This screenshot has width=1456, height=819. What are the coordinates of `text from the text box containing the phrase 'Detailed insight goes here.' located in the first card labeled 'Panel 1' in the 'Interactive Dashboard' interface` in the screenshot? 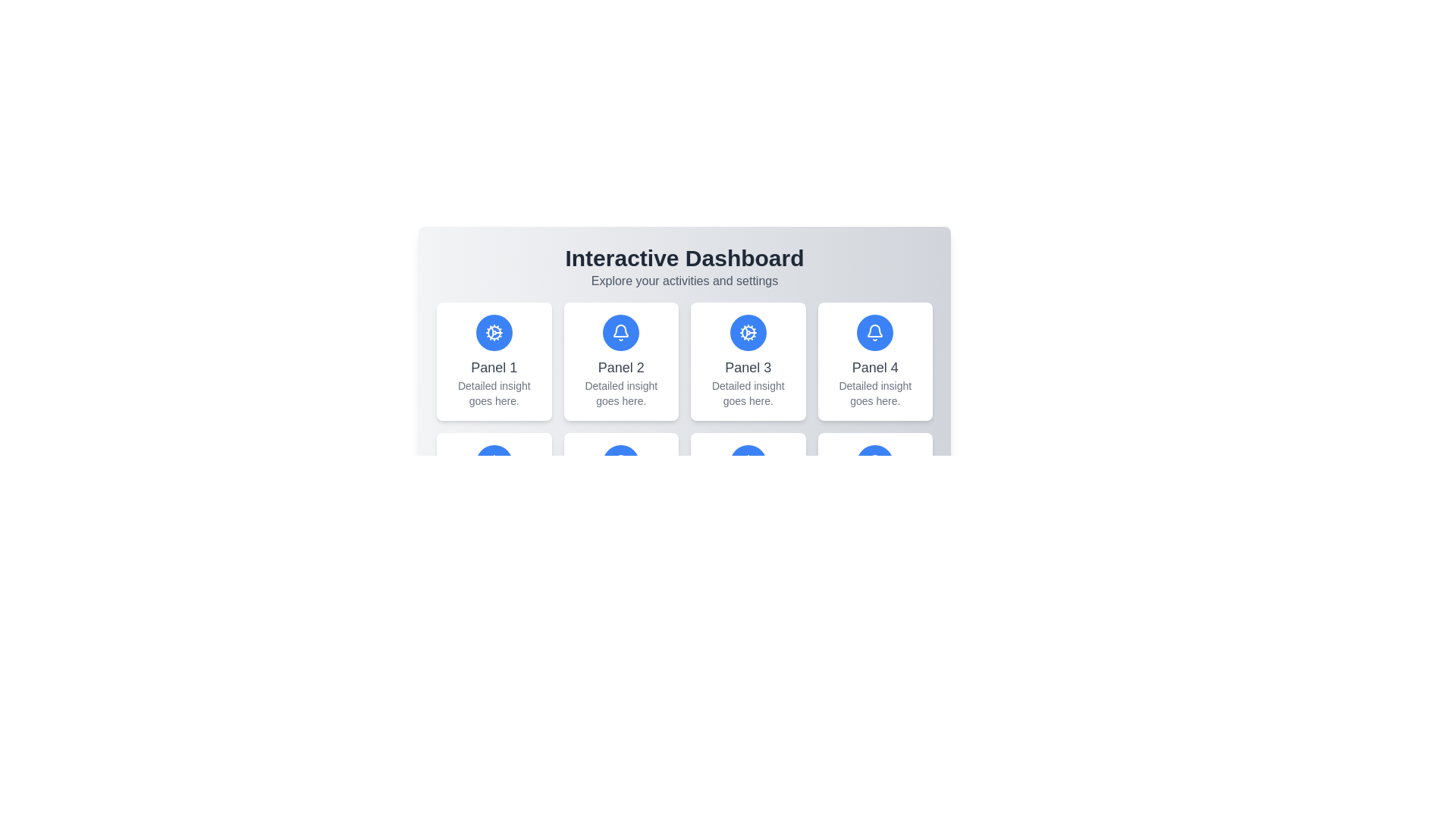 It's located at (494, 393).